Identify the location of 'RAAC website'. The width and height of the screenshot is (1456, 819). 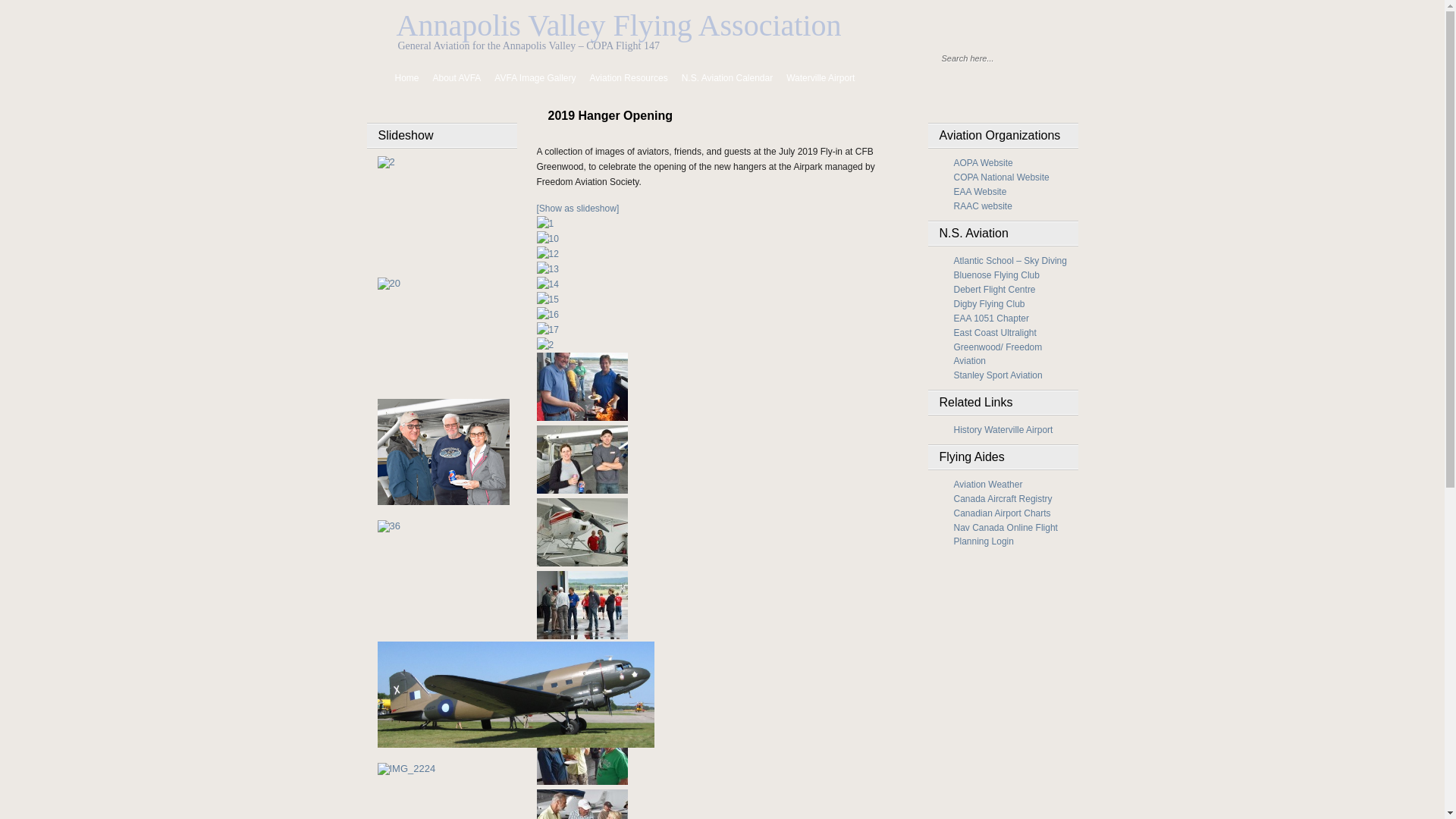
(983, 206).